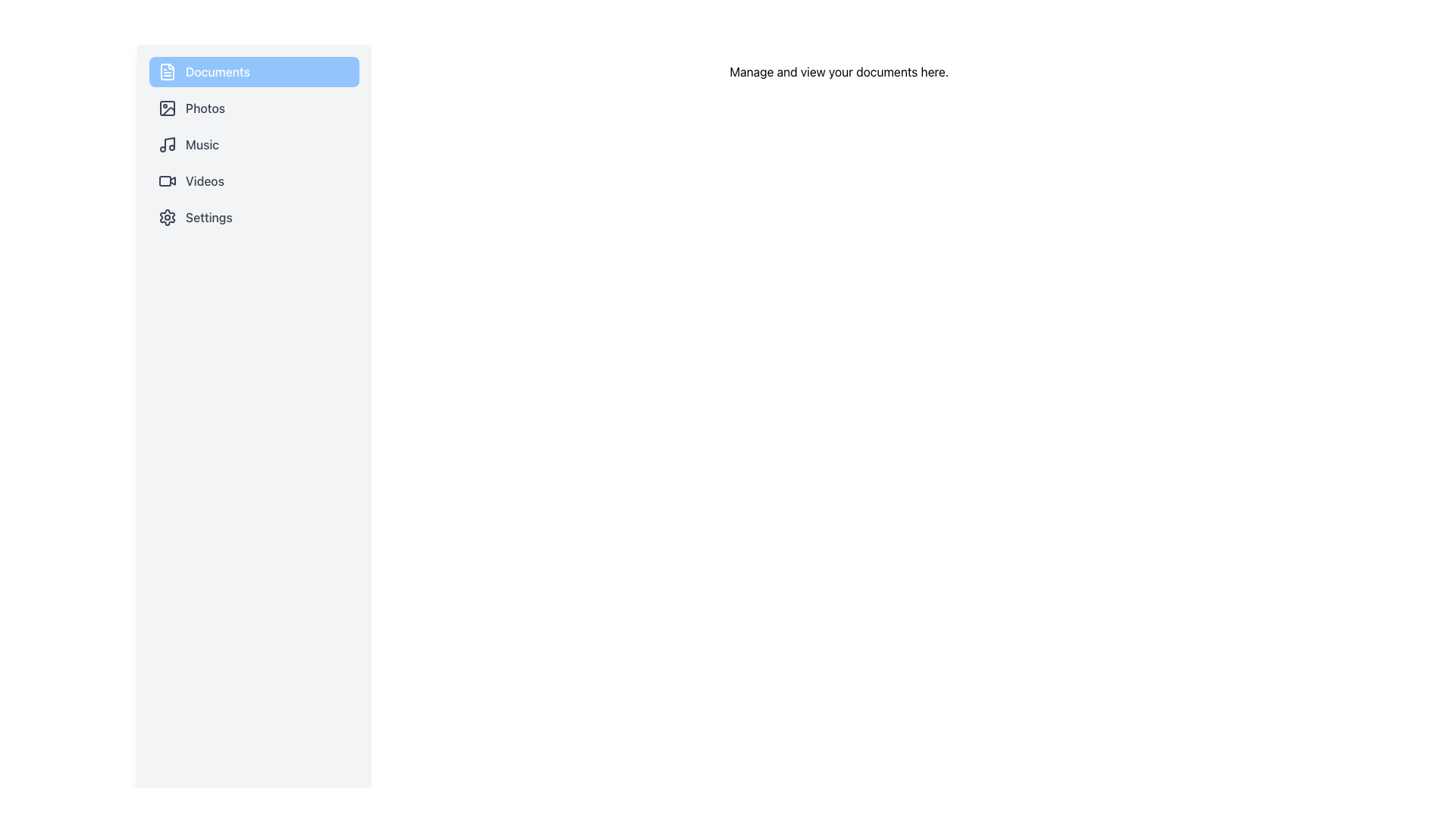  What do you see at coordinates (204, 180) in the screenshot?
I see `the static text label displaying 'Videos' in dark gray color, which is the third navigation item in the sidebar menu, positioned next to a video icon` at bounding box center [204, 180].